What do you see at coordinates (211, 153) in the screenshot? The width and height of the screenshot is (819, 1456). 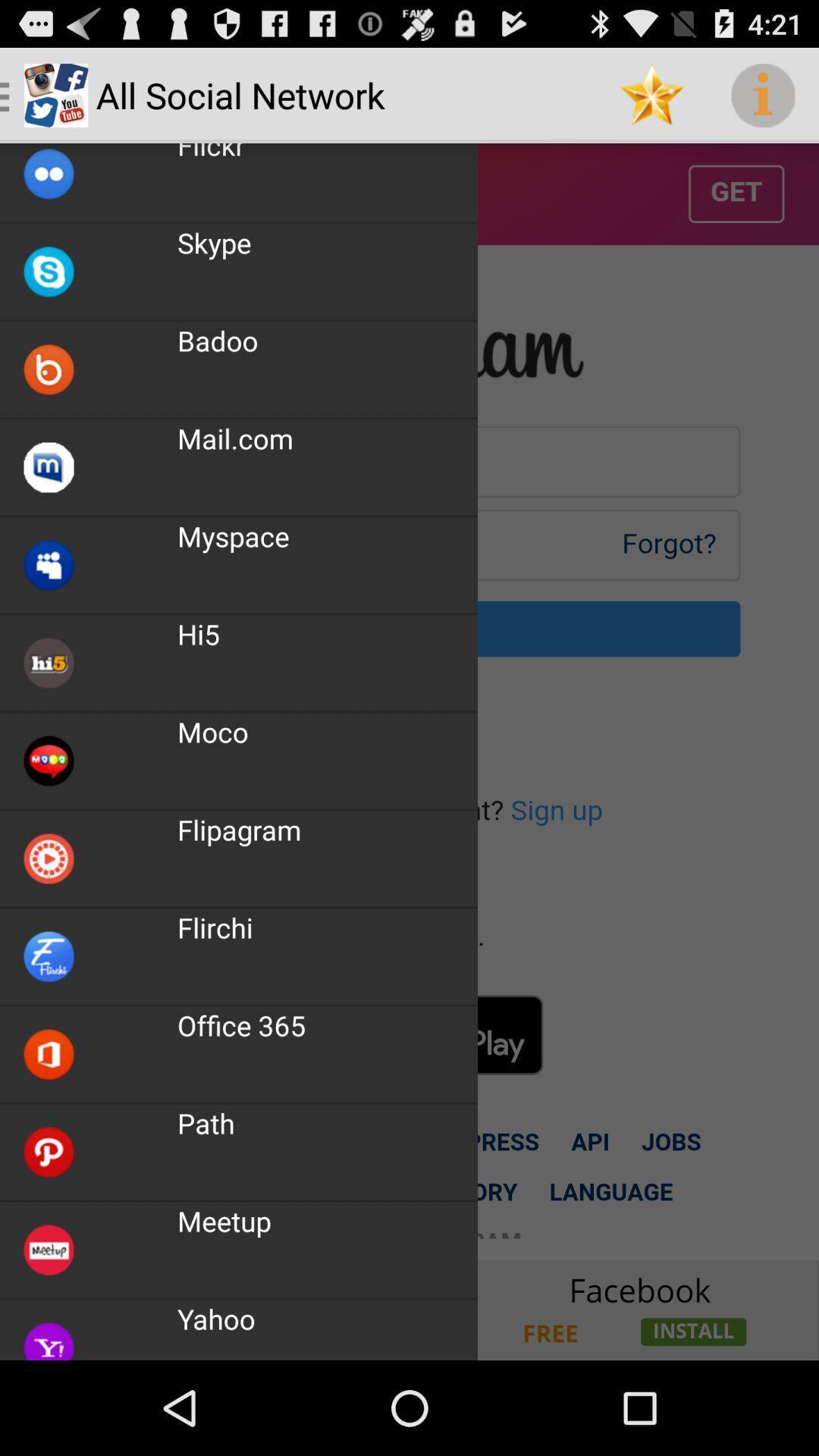 I see `icon above the skype app` at bounding box center [211, 153].